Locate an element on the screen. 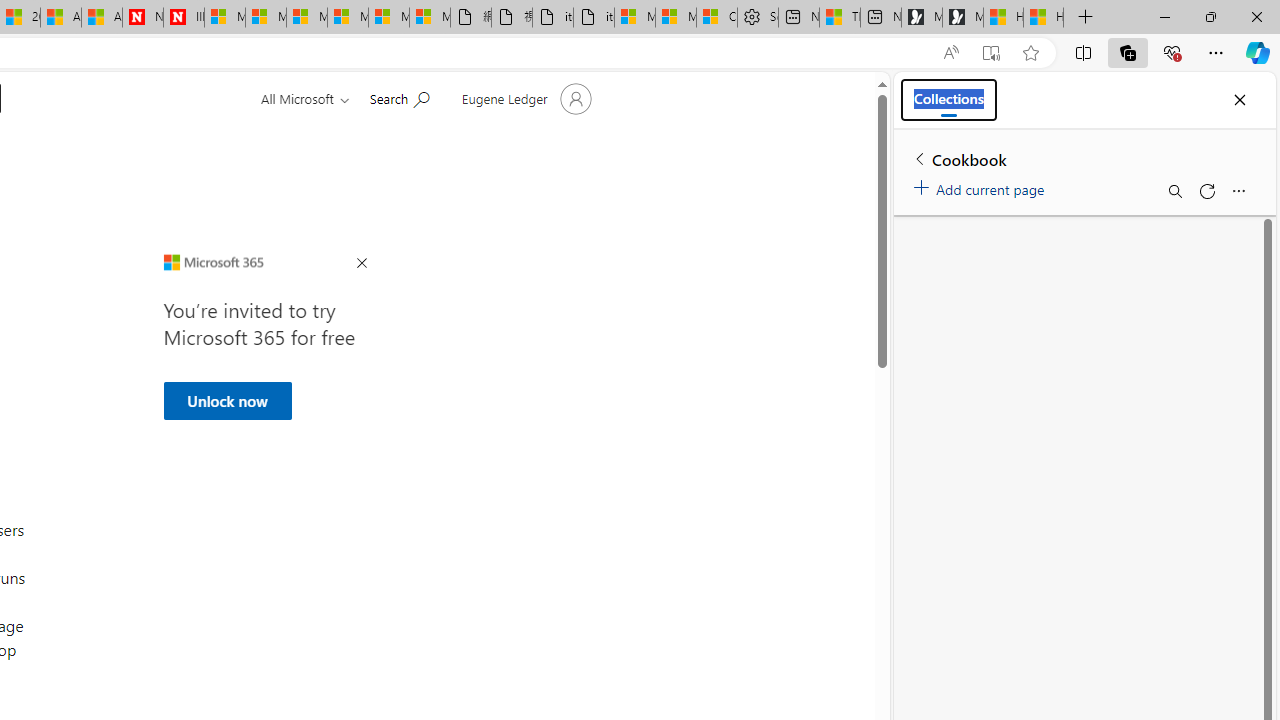  'Account manager for Eugene Ledger' is located at coordinates (524, 99).